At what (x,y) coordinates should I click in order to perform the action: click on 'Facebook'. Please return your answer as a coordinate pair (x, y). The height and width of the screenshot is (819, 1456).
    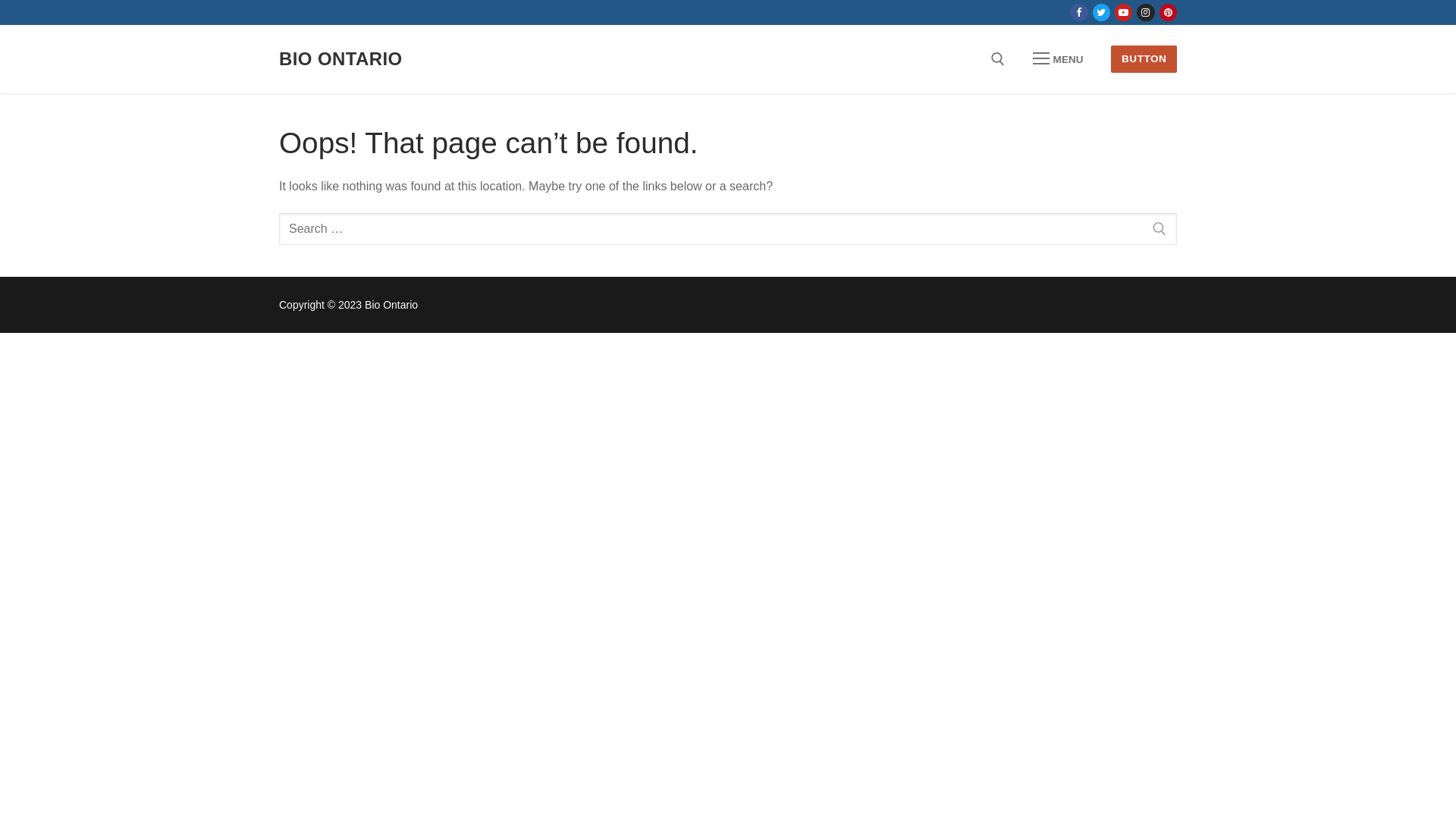
    Looking at the image, I should click on (1078, 12).